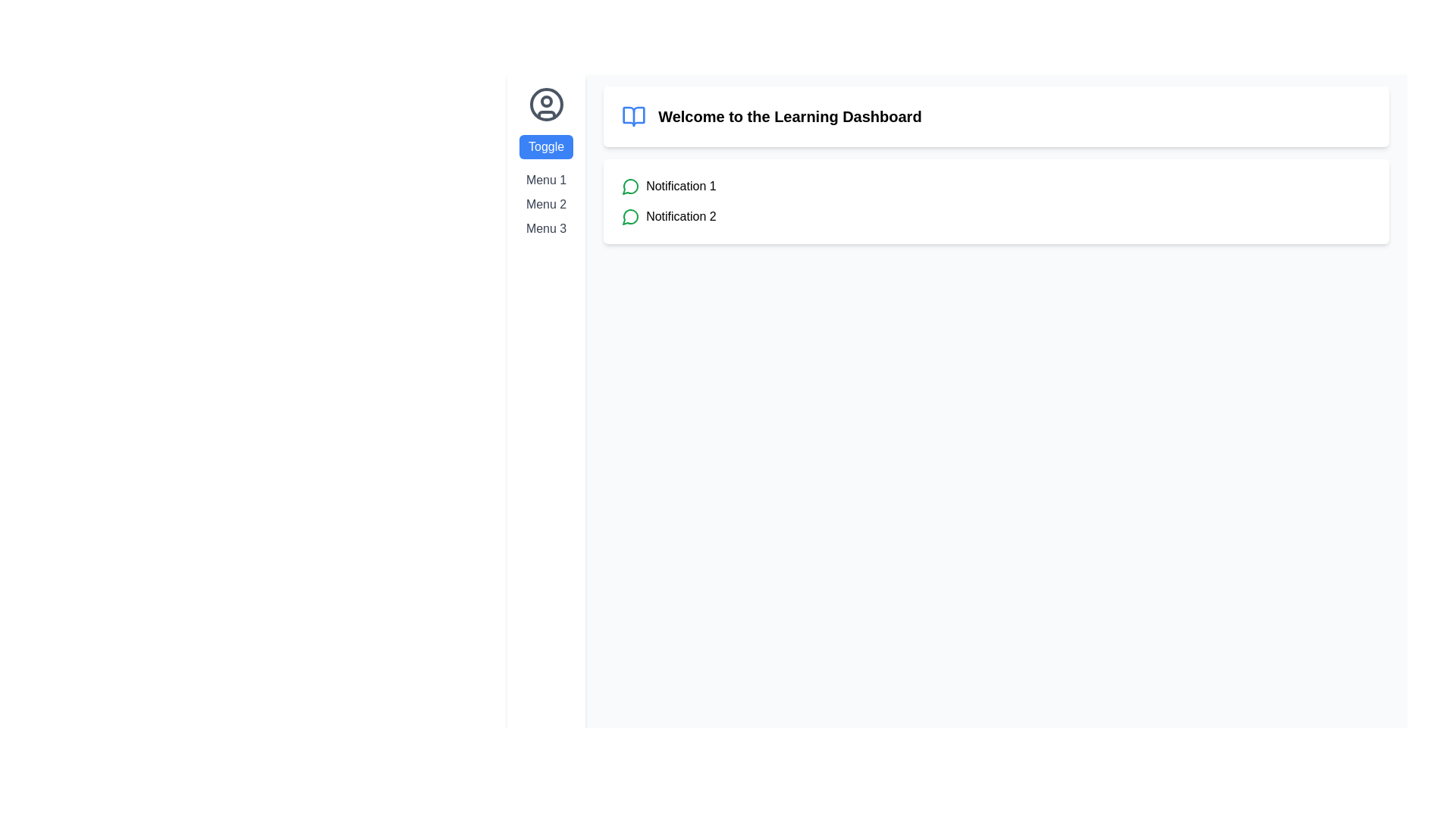 The width and height of the screenshot is (1456, 819). What do you see at coordinates (546, 102) in the screenshot?
I see `the small circular shape element within the user profile icon located on the left sidebar of the interface` at bounding box center [546, 102].